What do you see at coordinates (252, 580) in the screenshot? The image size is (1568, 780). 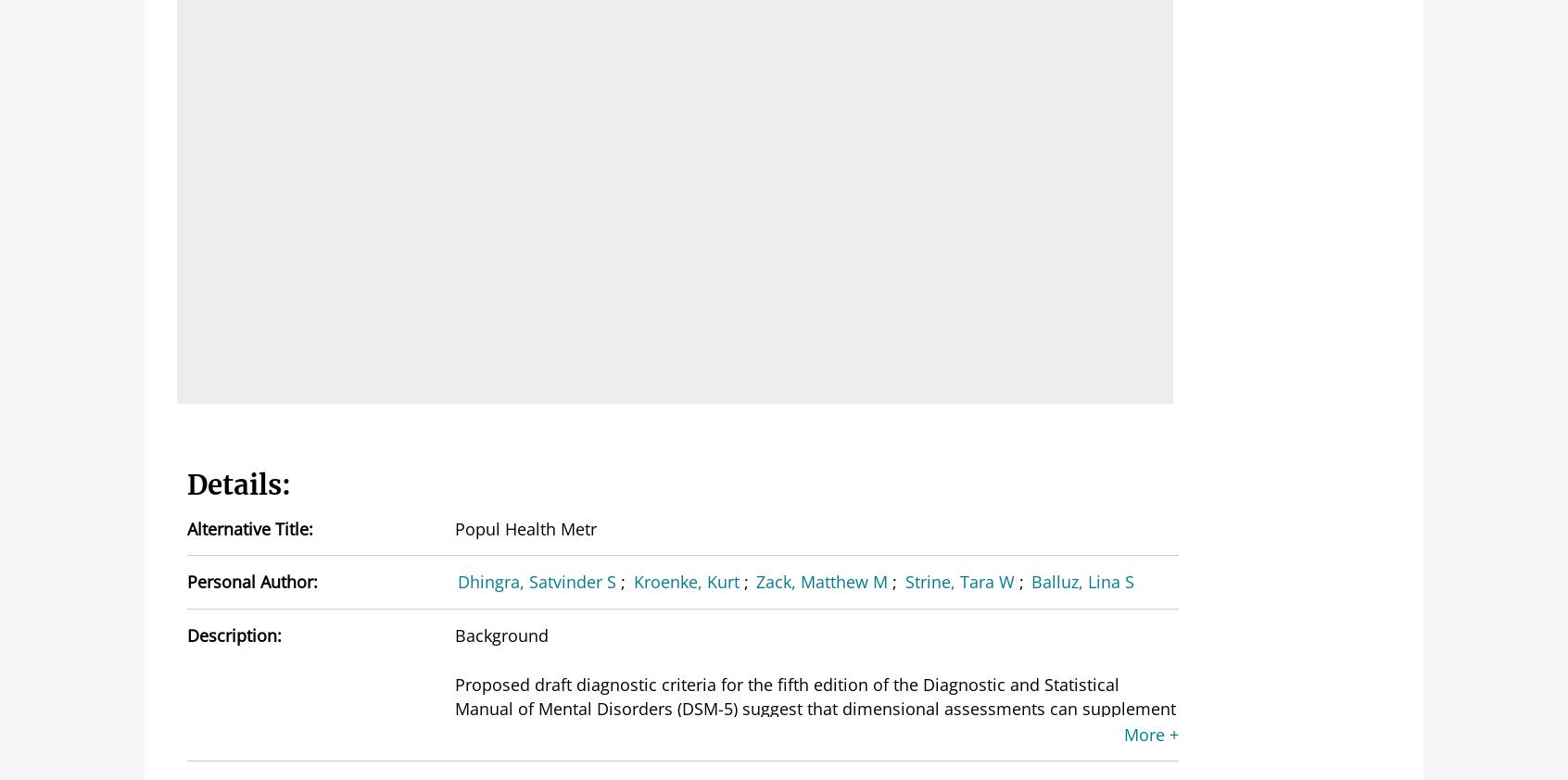 I see `'Personal Author:'` at bounding box center [252, 580].